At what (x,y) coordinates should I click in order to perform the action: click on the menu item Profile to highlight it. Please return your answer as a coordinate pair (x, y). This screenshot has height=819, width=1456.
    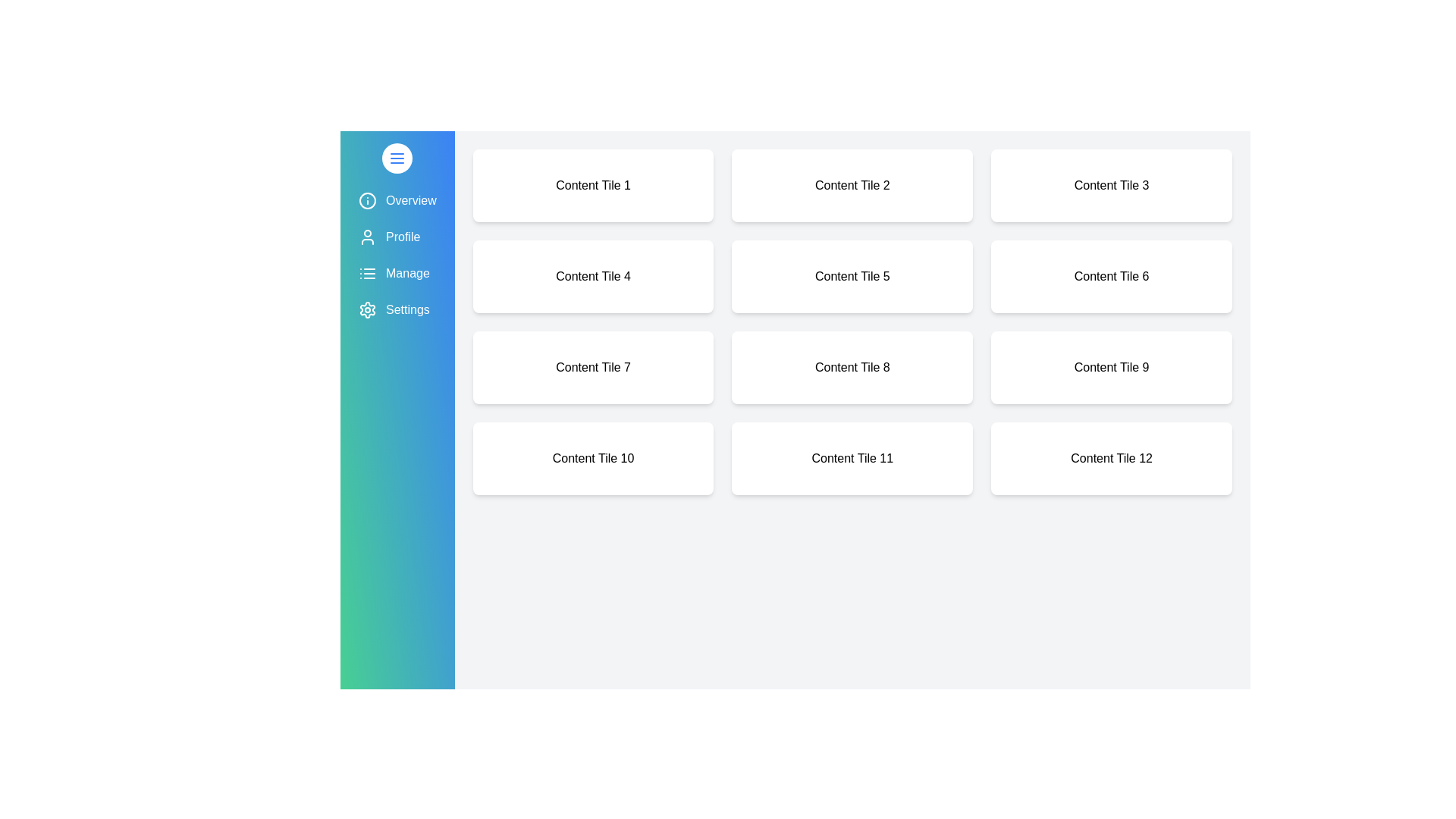
    Looking at the image, I should click on (397, 237).